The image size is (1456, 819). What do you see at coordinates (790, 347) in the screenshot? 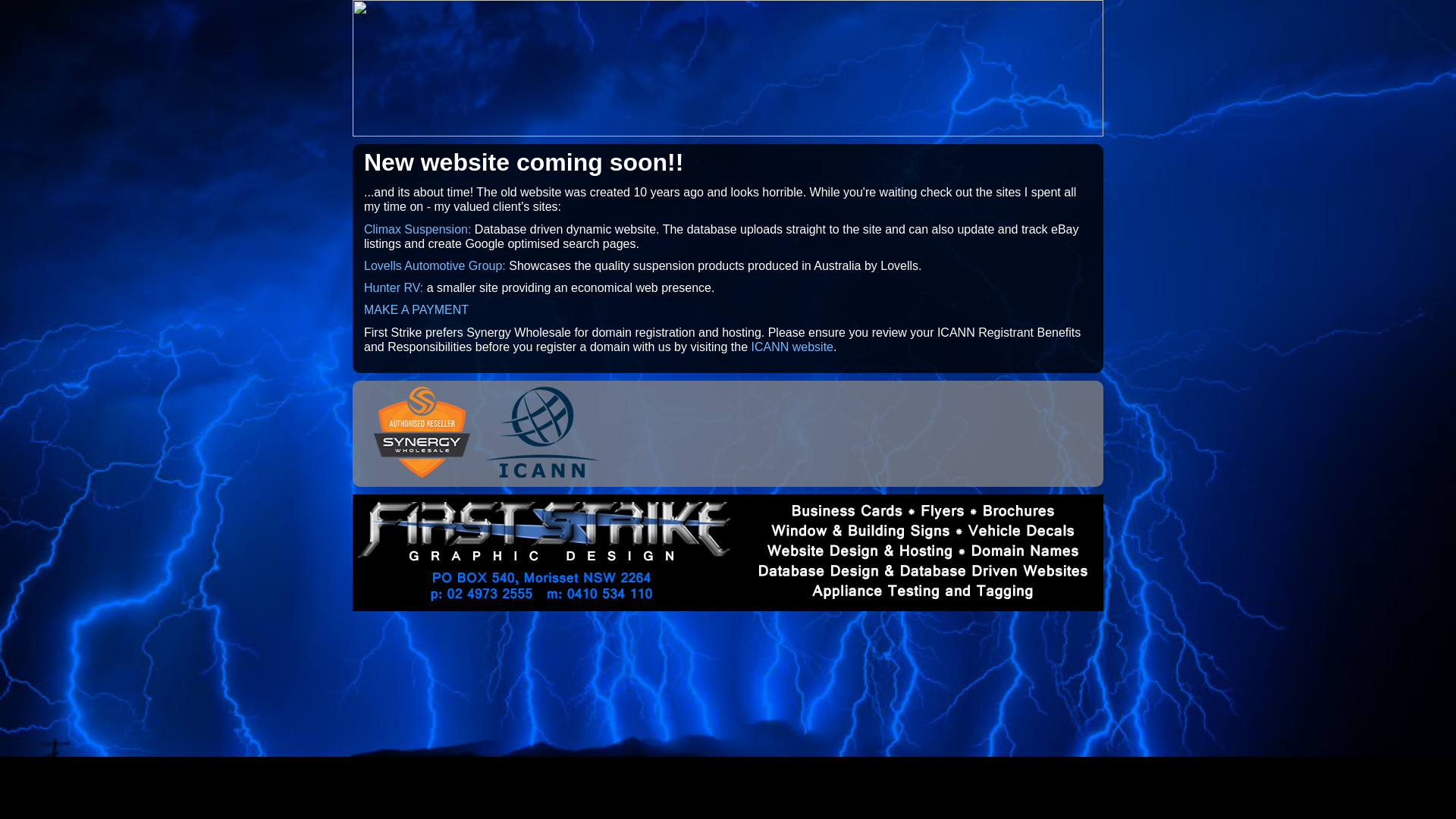
I see `'ICANN website'` at bounding box center [790, 347].